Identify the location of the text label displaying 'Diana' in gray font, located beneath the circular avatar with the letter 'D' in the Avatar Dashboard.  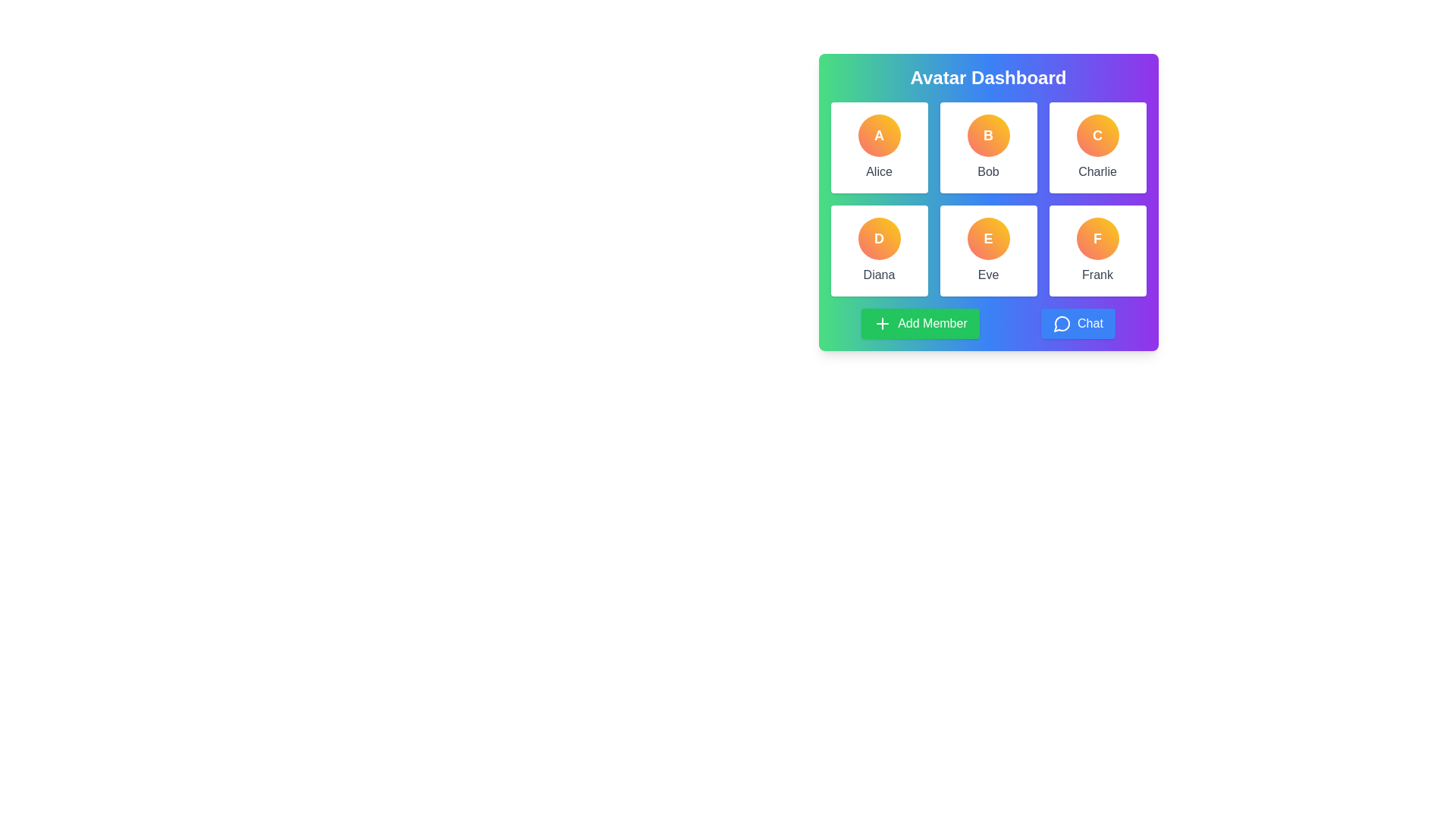
(879, 275).